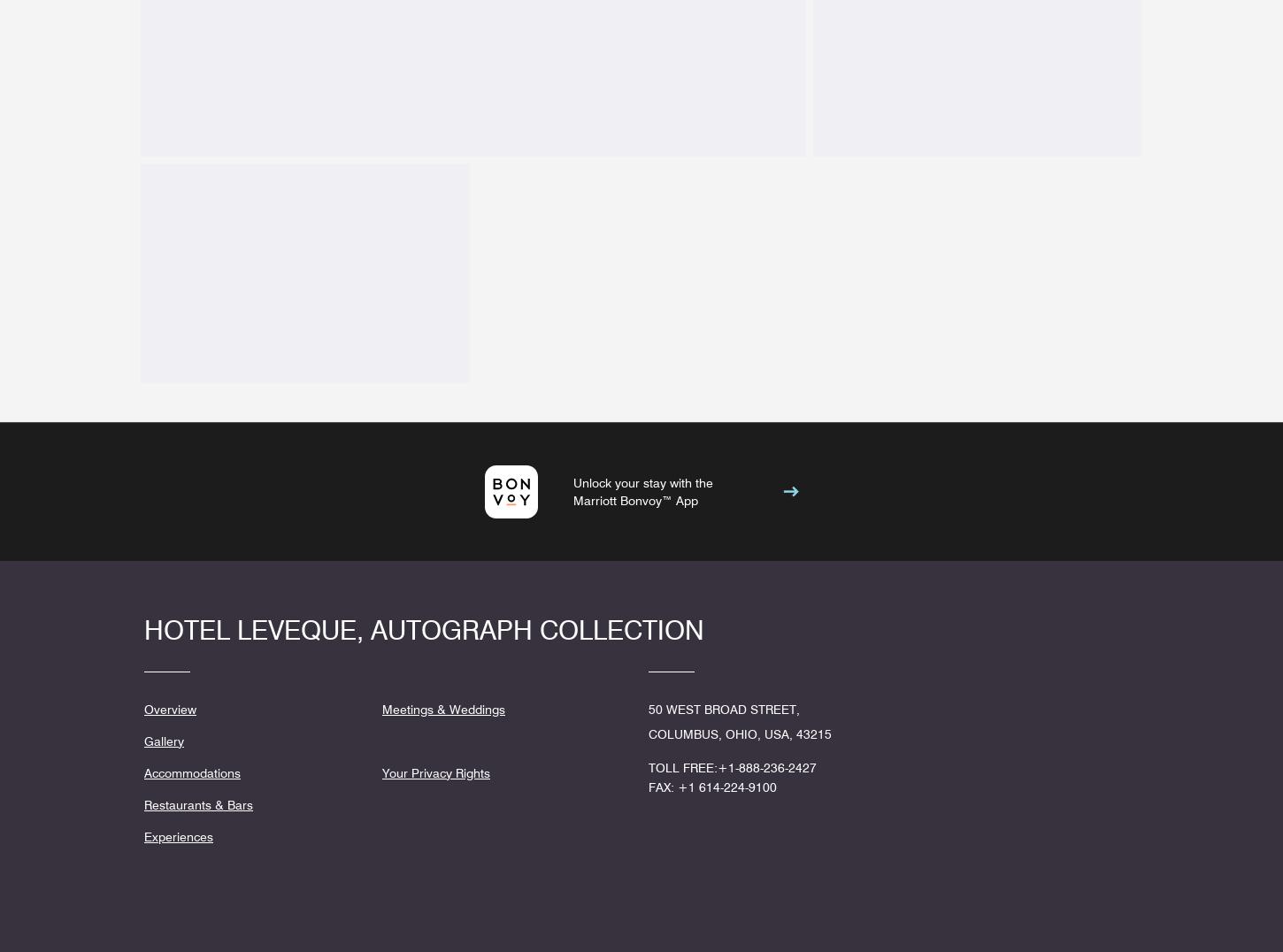 The width and height of the screenshot is (1283, 952). What do you see at coordinates (423, 629) in the screenshot?
I see `'HOTEL LEVEQUE, AUTOGRAPH COLLECTION'` at bounding box center [423, 629].